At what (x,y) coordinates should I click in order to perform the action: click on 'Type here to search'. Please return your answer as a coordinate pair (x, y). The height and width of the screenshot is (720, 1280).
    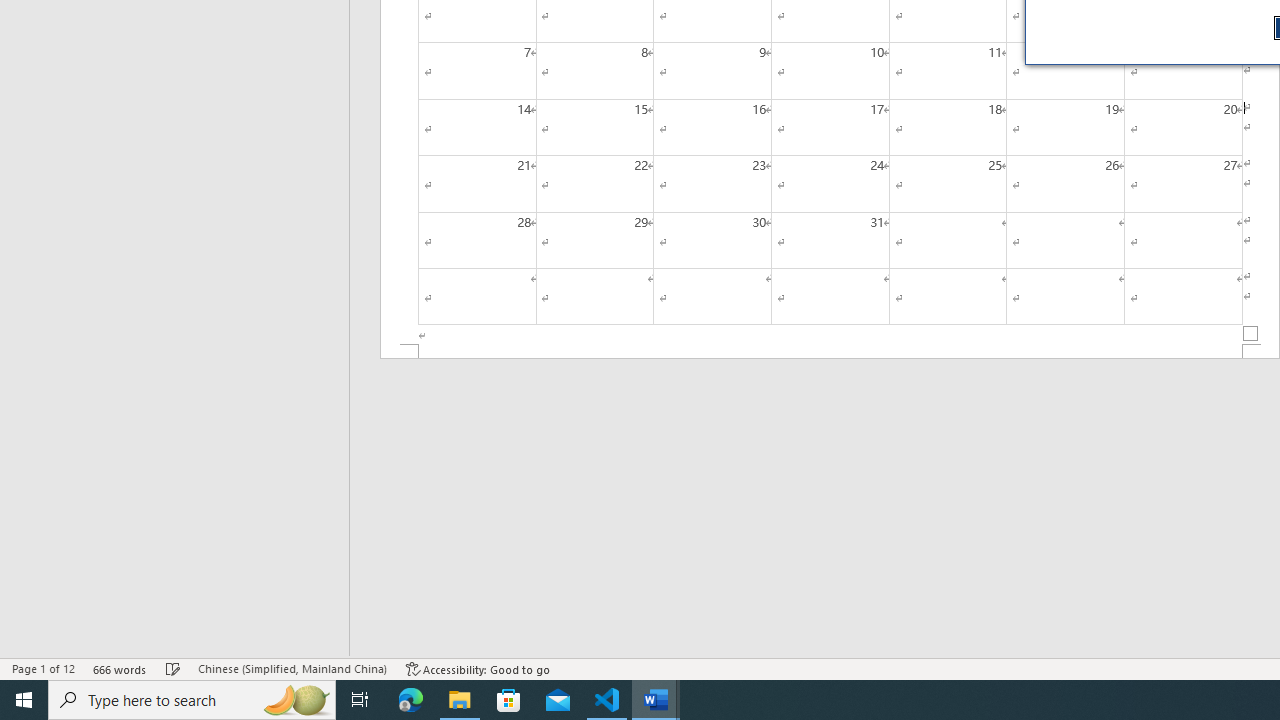
    Looking at the image, I should click on (192, 698).